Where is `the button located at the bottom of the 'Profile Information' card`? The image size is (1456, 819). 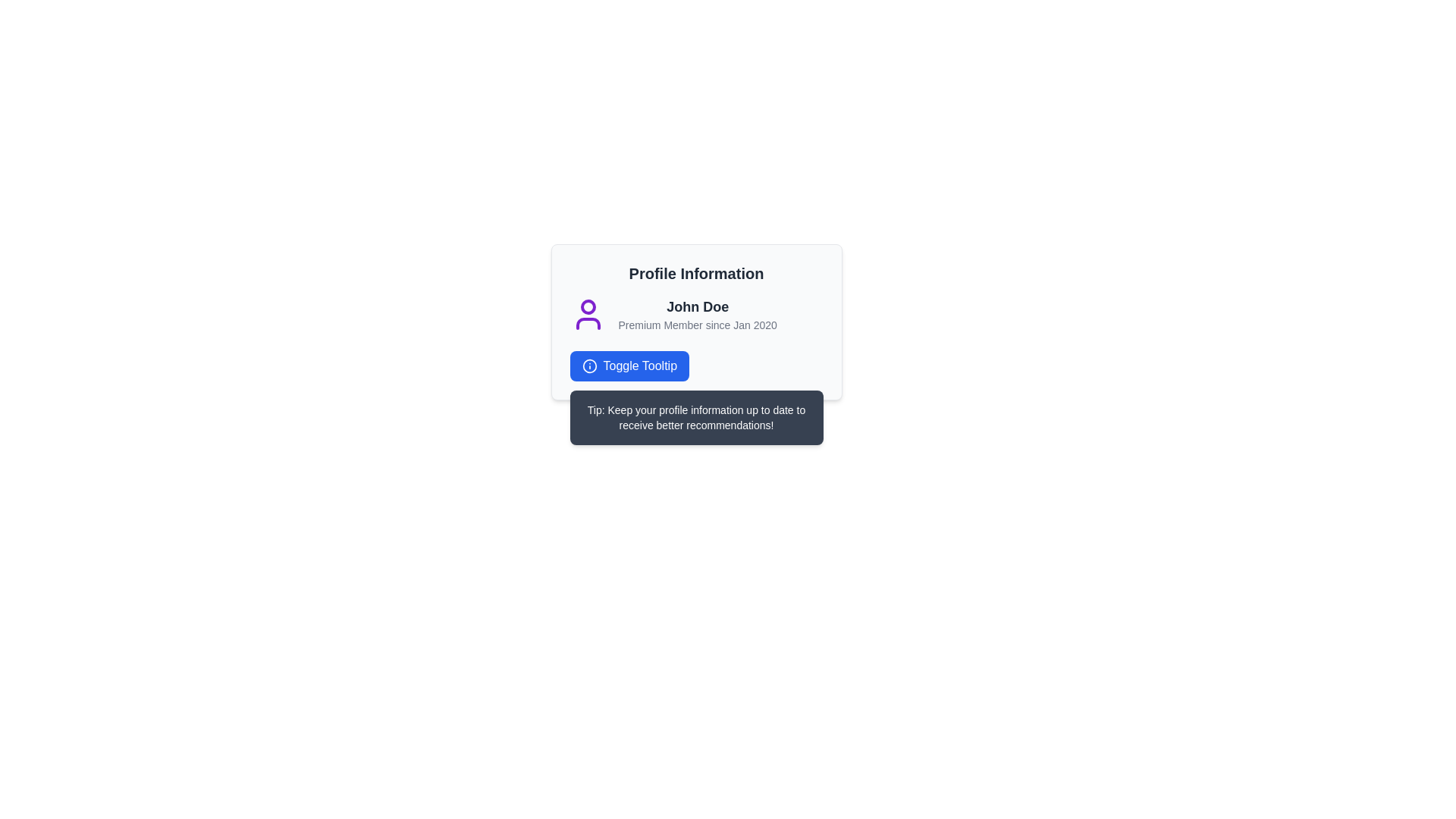 the button located at the bottom of the 'Profile Information' card is located at coordinates (629, 366).